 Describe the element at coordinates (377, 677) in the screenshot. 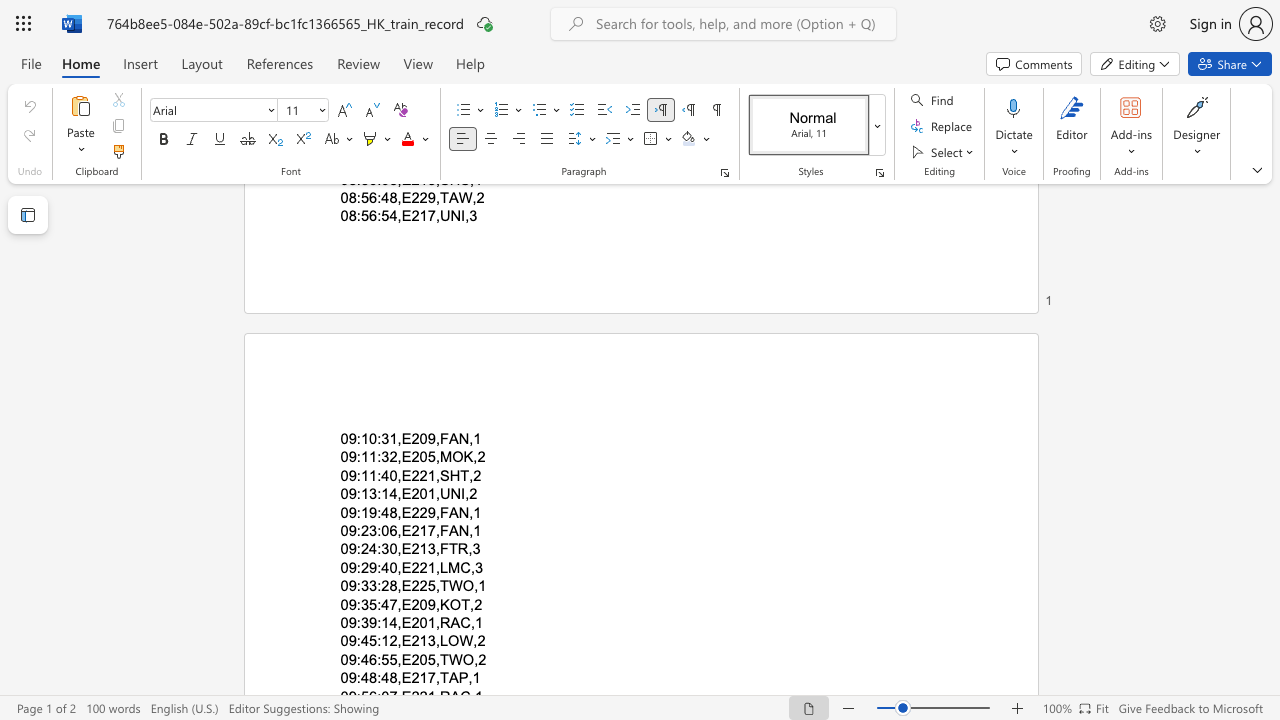

I see `the subset text ":48,E2" within the text "09:48:48,E217,TAP,1"` at that location.